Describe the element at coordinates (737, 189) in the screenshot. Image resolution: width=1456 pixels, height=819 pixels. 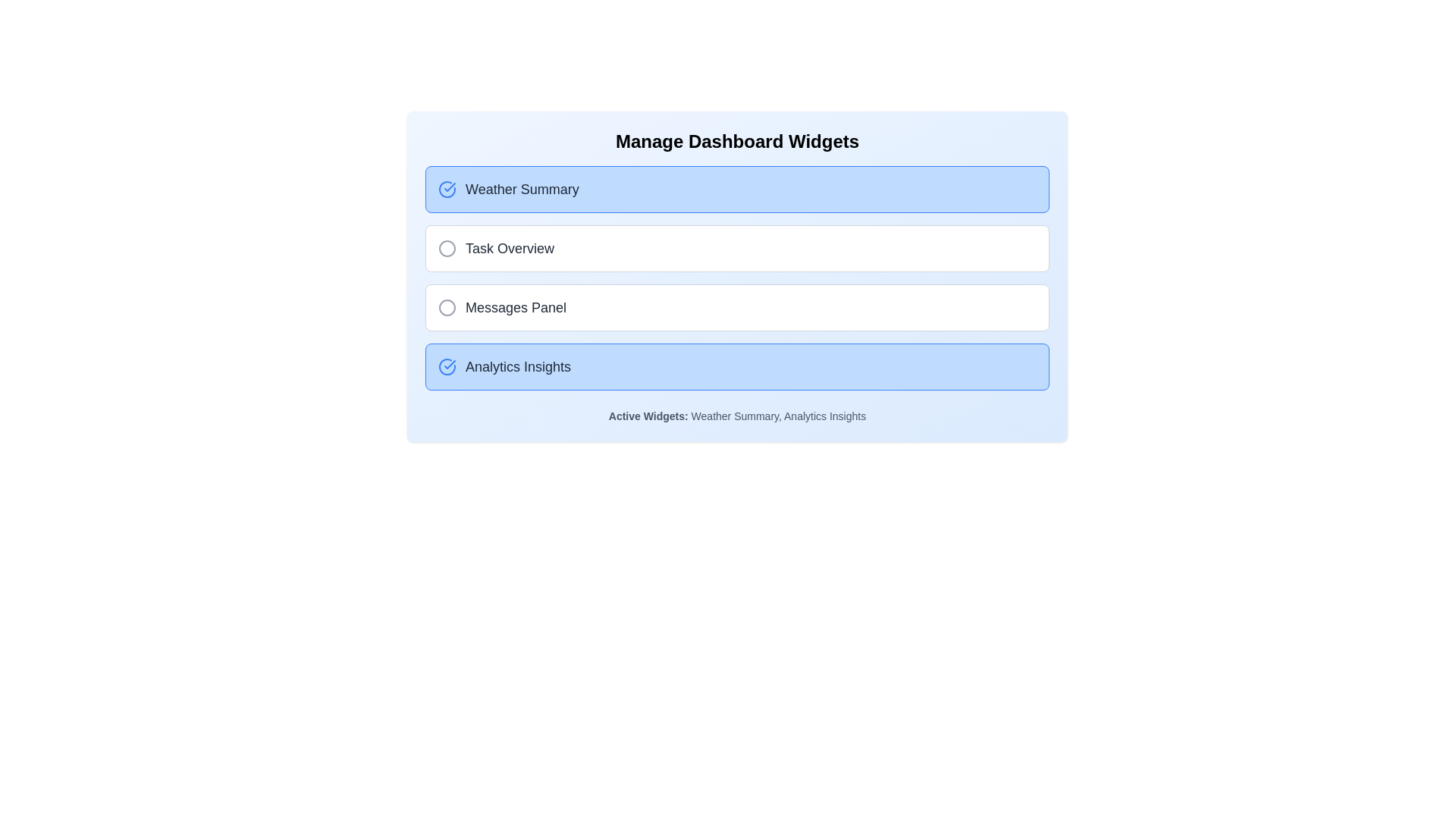
I see `the 'Weather Summary' selectable card, which is the first item in a vertically stacked list of similar cards` at that location.